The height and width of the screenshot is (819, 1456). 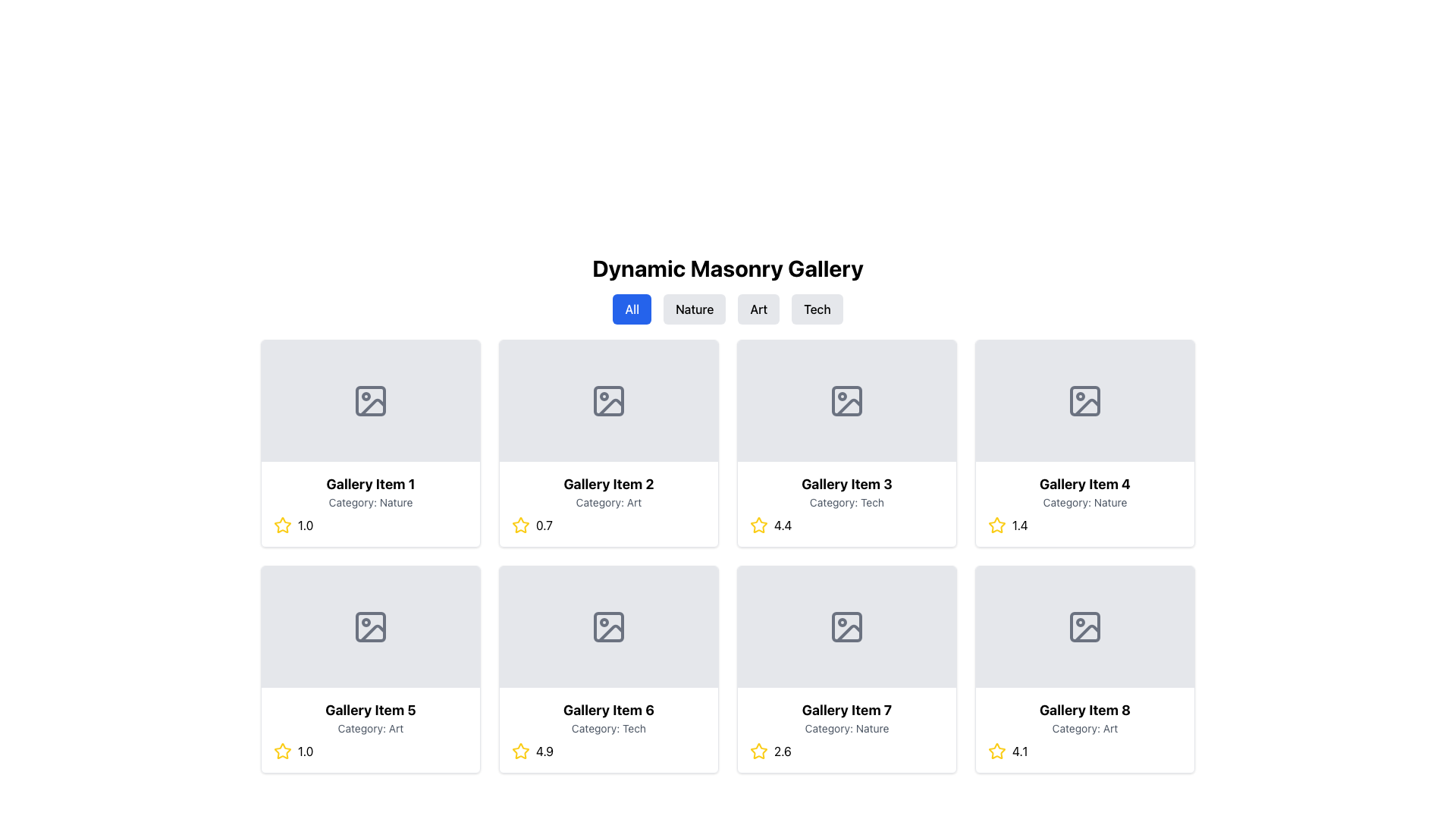 I want to click on the decorative graphic element within the SVG icon of 'Gallery Item 2', located in the first row and second column of the grid, so click(x=608, y=400).